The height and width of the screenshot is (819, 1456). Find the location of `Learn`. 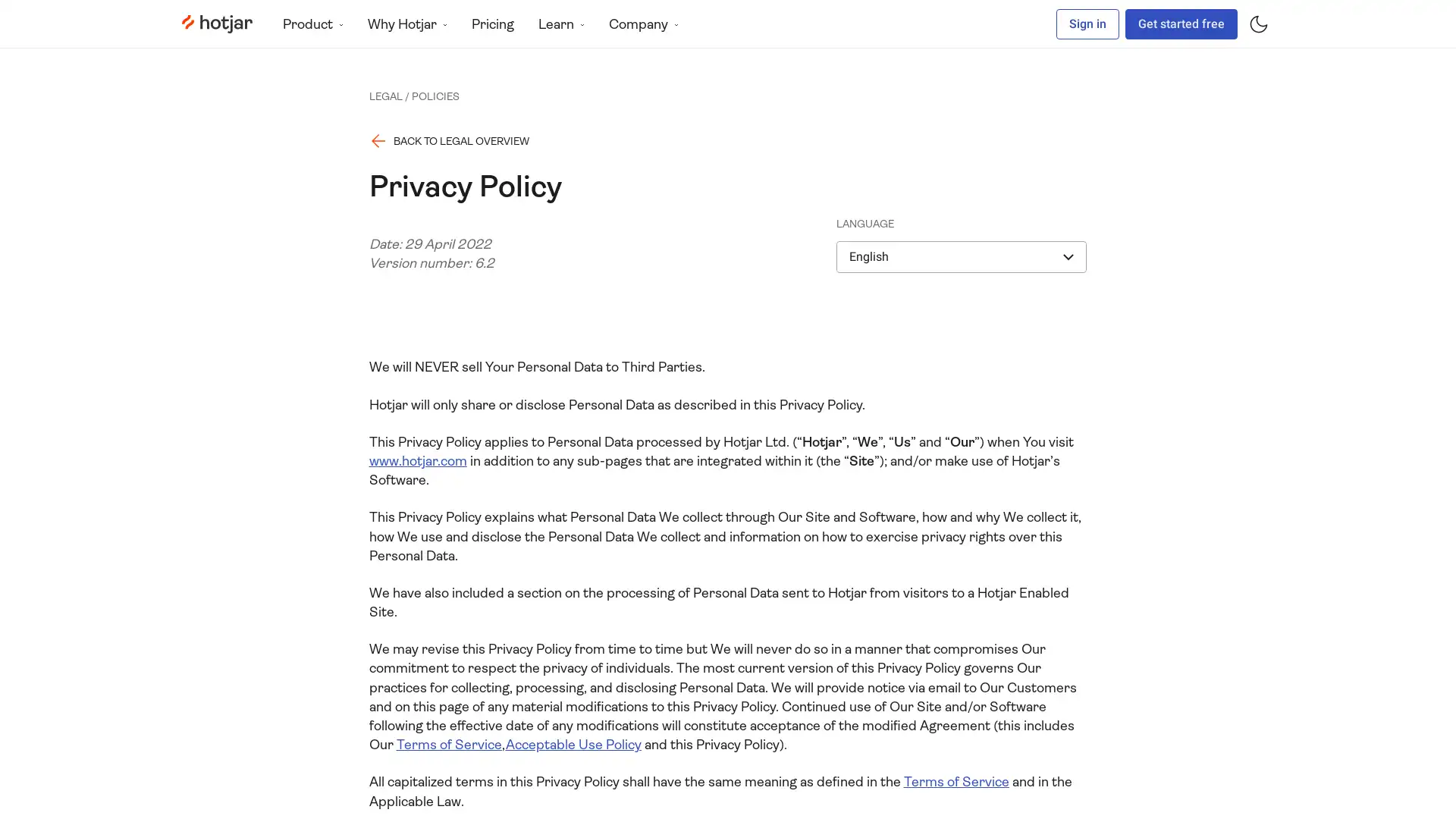

Learn is located at coordinates (560, 24).